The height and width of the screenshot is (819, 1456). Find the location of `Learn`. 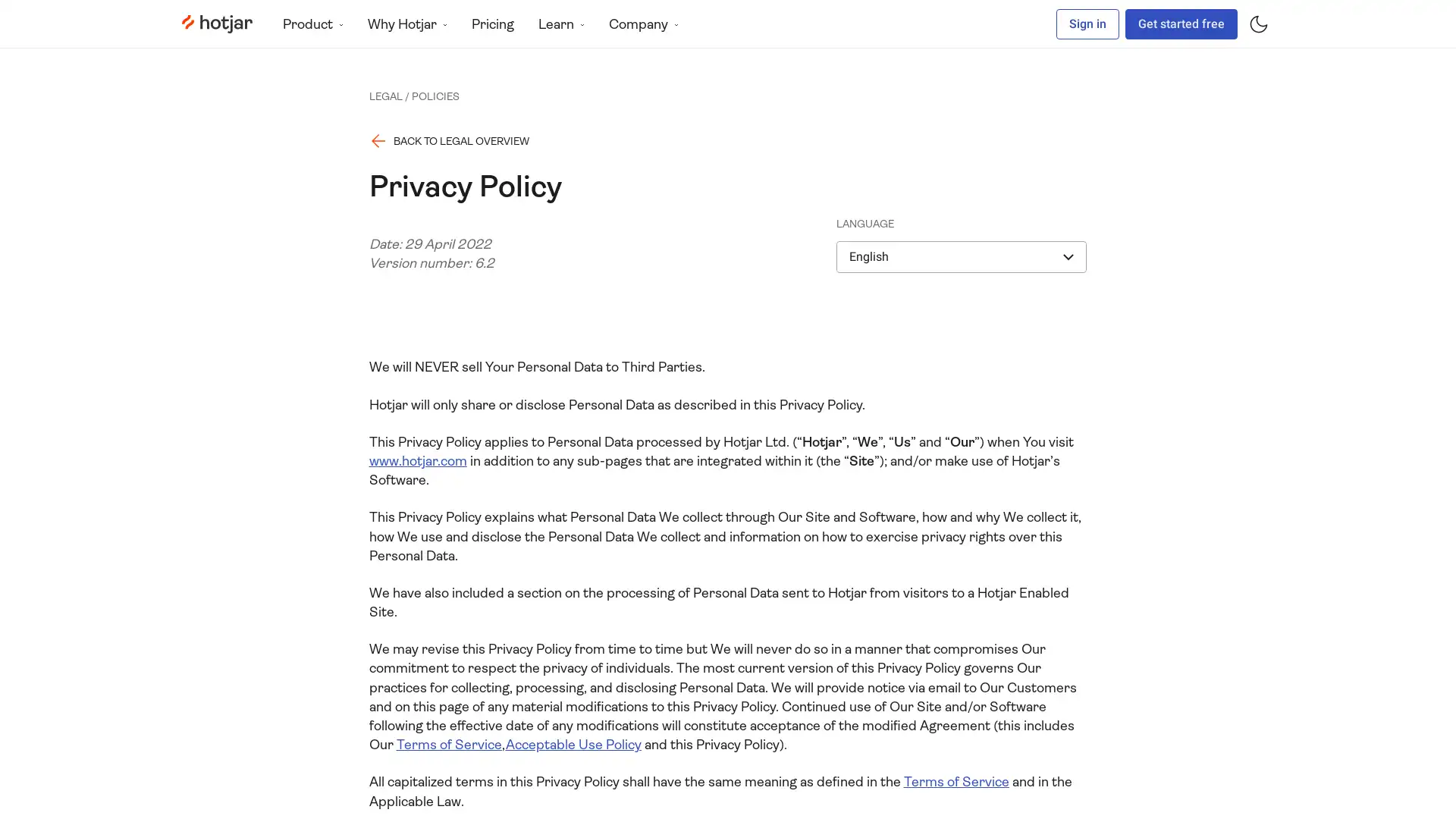

Learn is located at coordinates (560, 24).